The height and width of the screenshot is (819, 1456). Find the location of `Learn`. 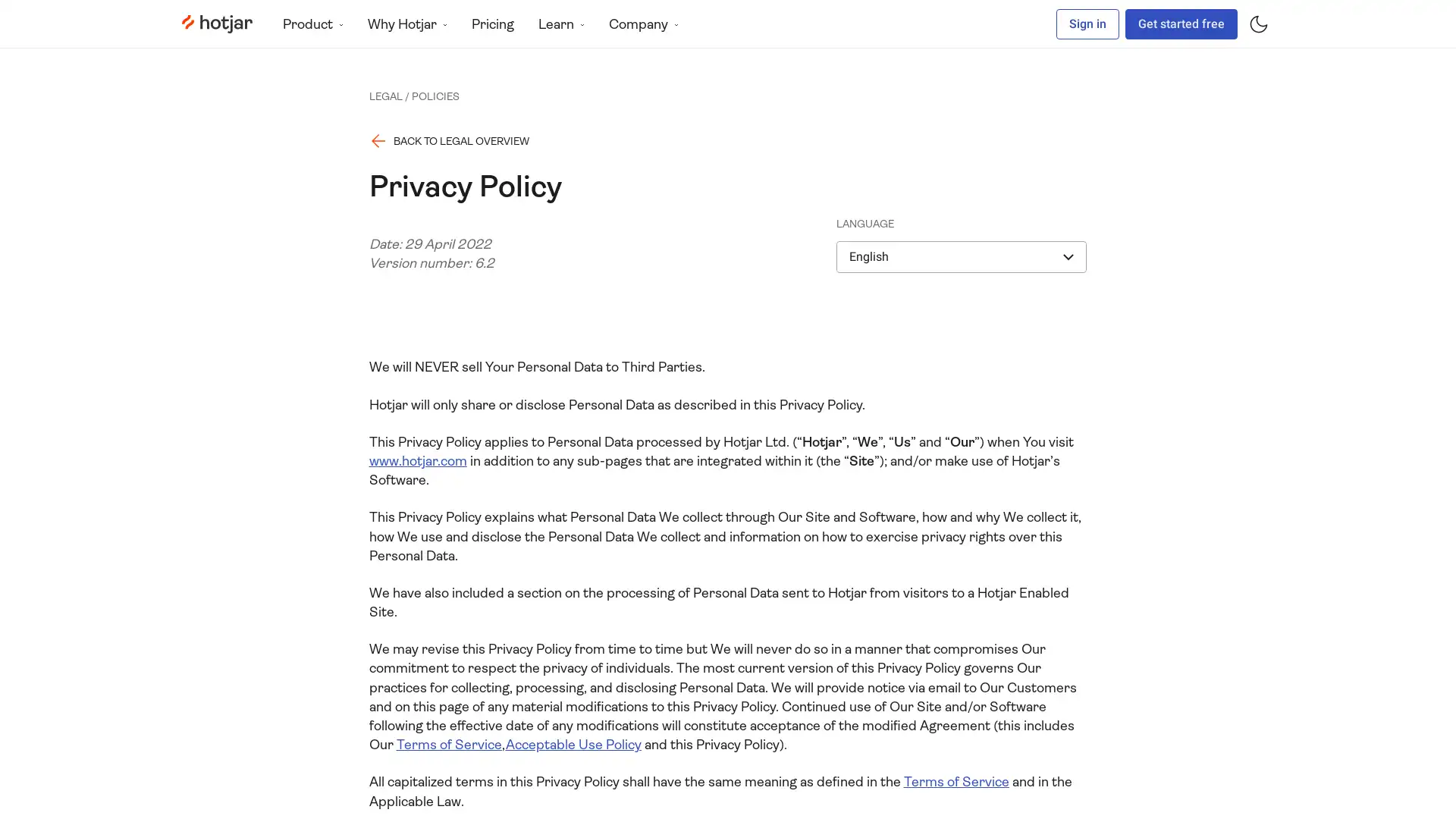

Learn is located at coordinates (560, 24).